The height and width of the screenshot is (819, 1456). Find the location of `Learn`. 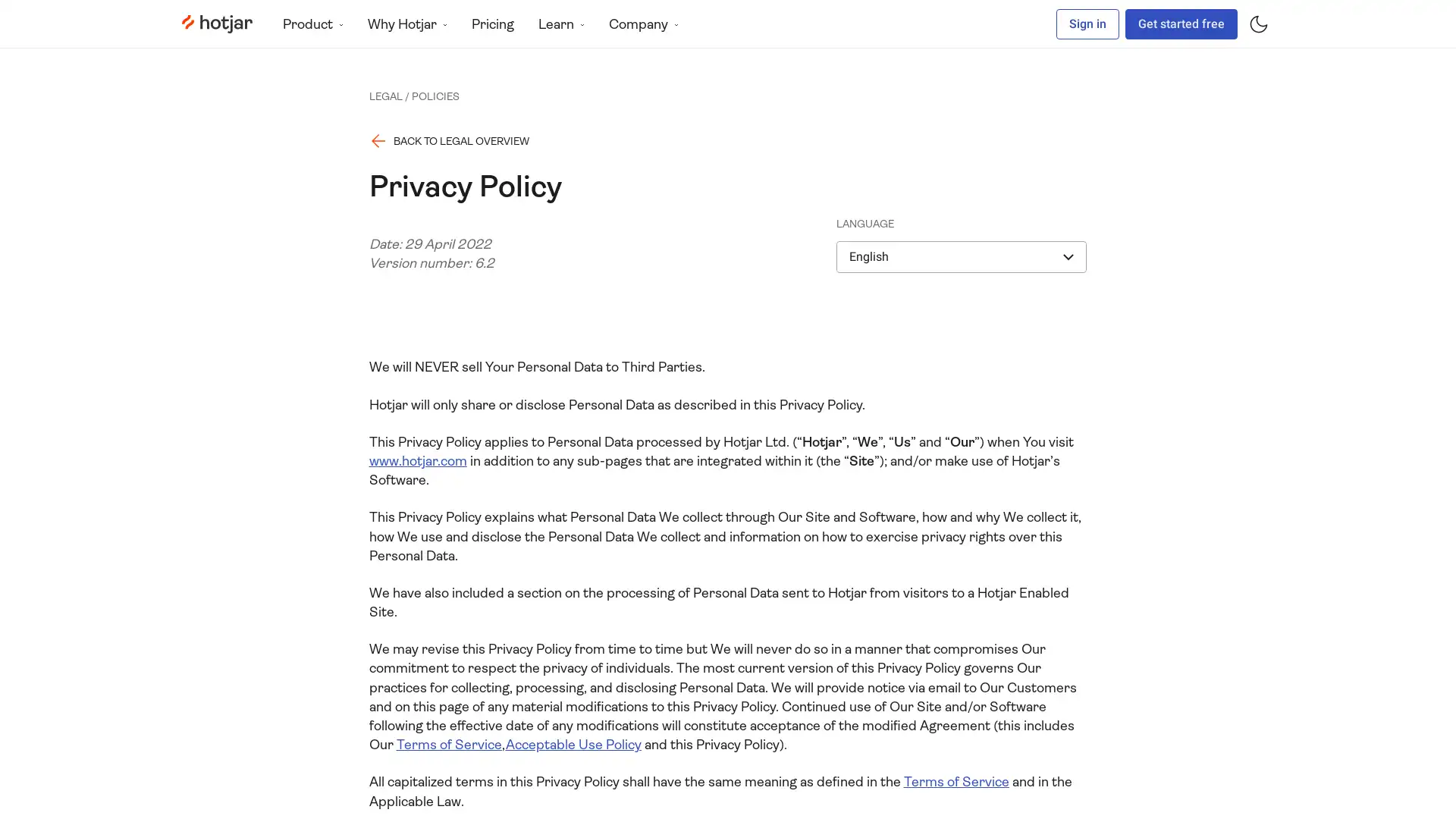

Learn is located at coordinates (560, 24).